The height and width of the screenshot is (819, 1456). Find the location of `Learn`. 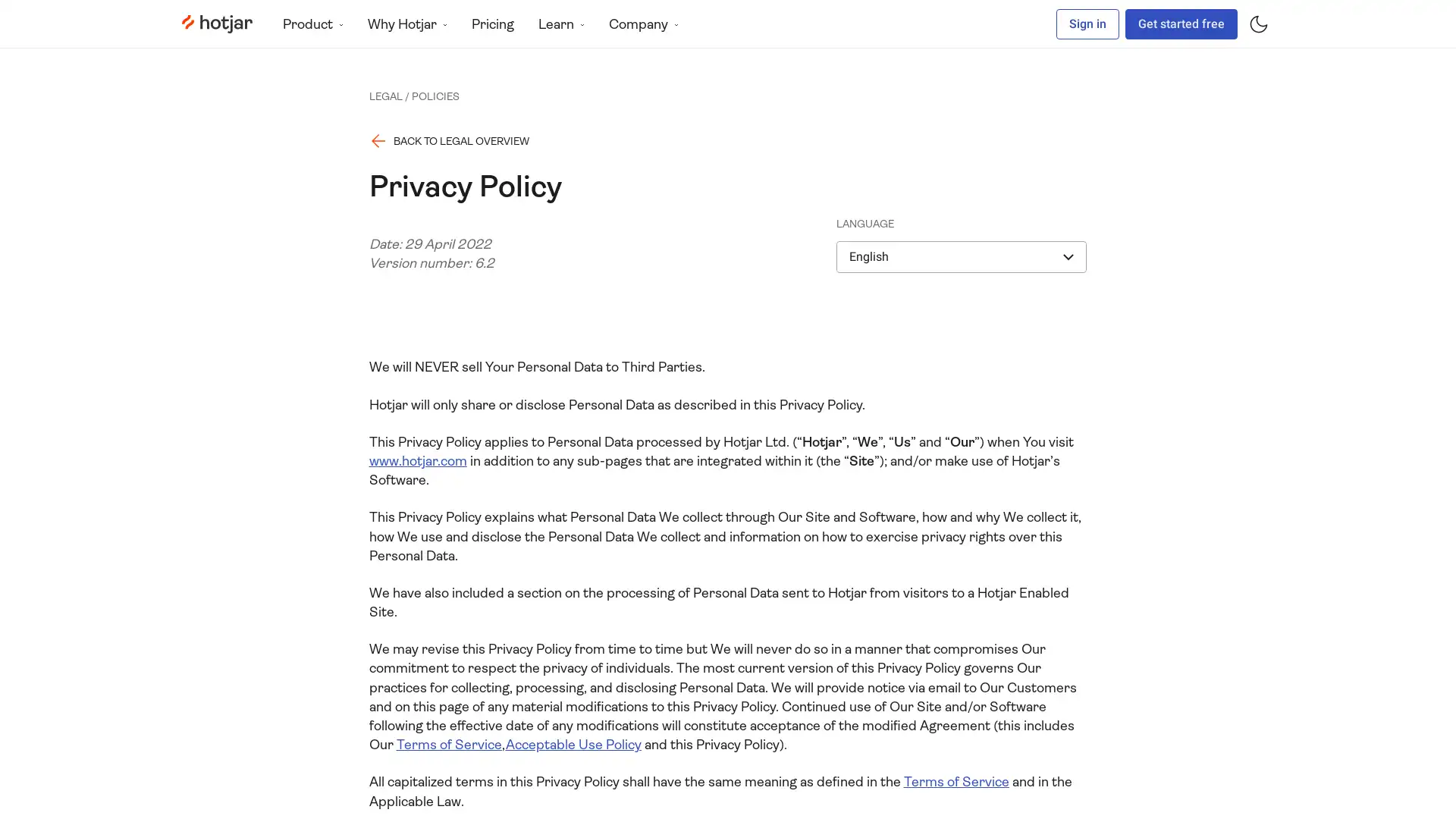

Learn is located at coordinates (560, 24).